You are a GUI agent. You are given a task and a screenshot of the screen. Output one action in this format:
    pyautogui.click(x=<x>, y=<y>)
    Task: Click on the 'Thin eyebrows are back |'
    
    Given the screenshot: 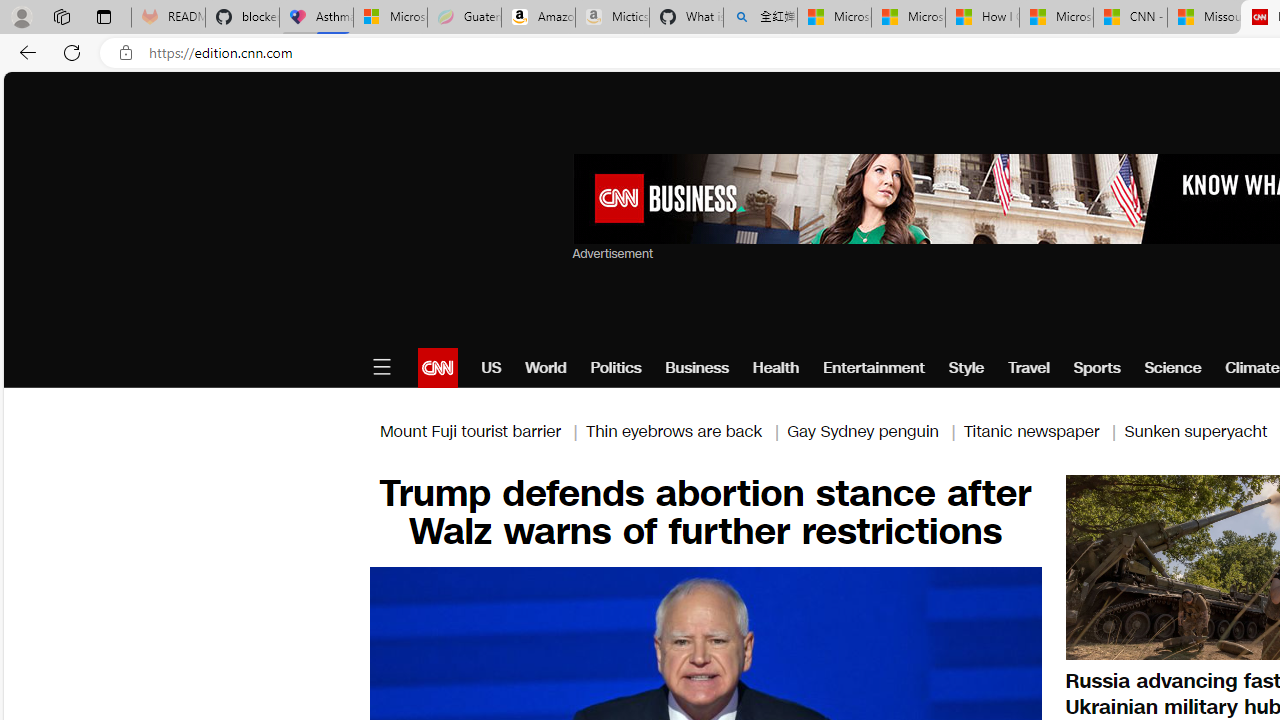 What is the action you would take?
    pyautogui.click(x=686, y=430)
    